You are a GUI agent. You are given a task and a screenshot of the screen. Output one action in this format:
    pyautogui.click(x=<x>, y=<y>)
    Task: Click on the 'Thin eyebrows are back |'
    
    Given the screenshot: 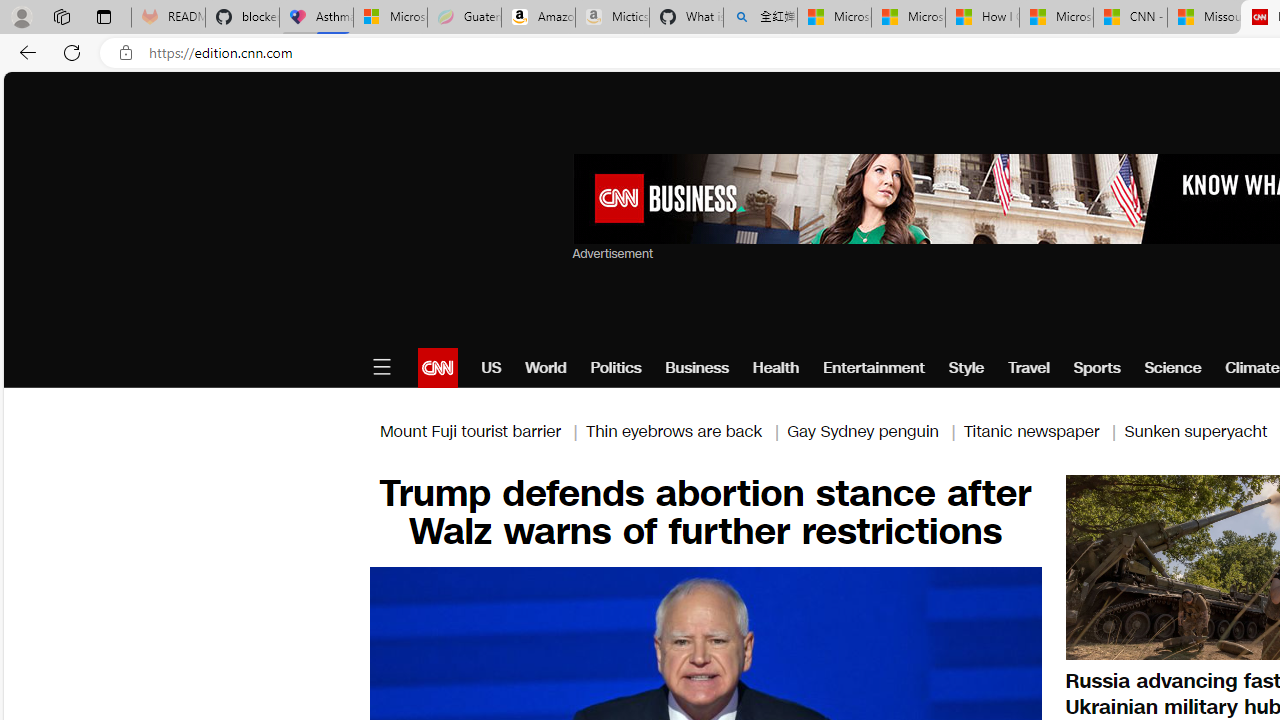 What is the action you would take?
    pyautogui.click(x=686, y=430)
    